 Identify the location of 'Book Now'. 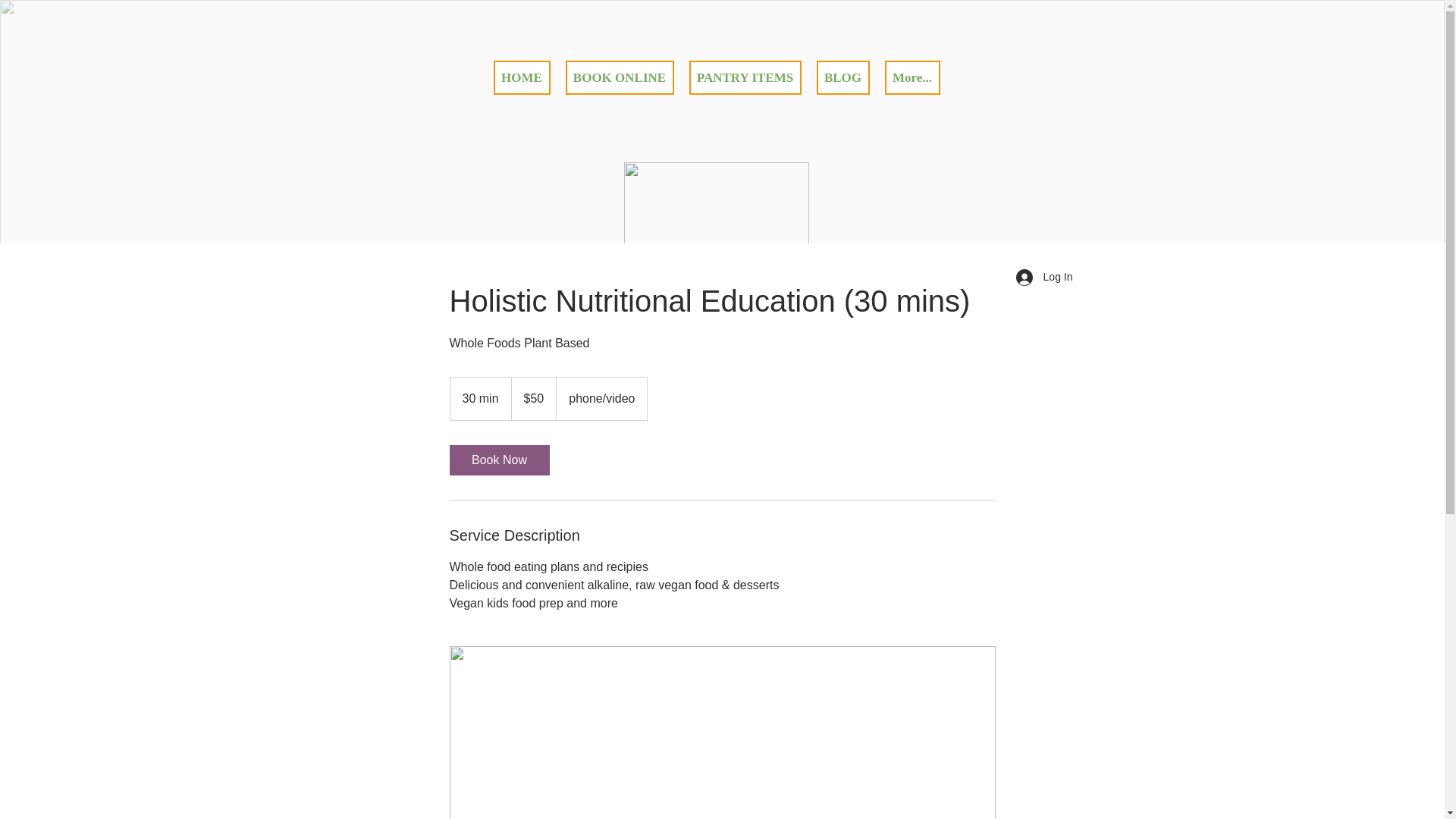
(498, 459).